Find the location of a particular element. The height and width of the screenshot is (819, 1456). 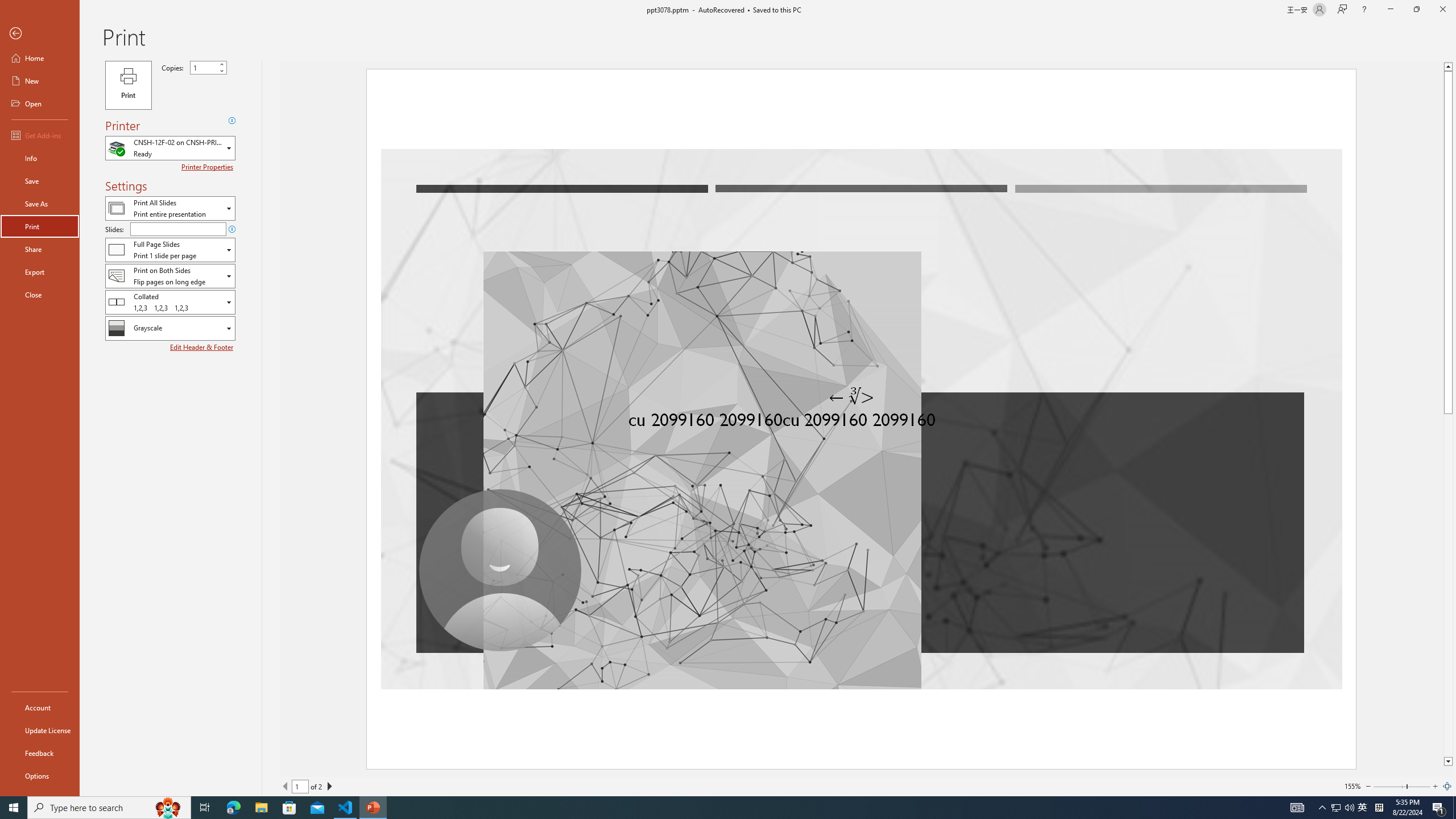

'Next Page' is located at coordinates (329, 786).